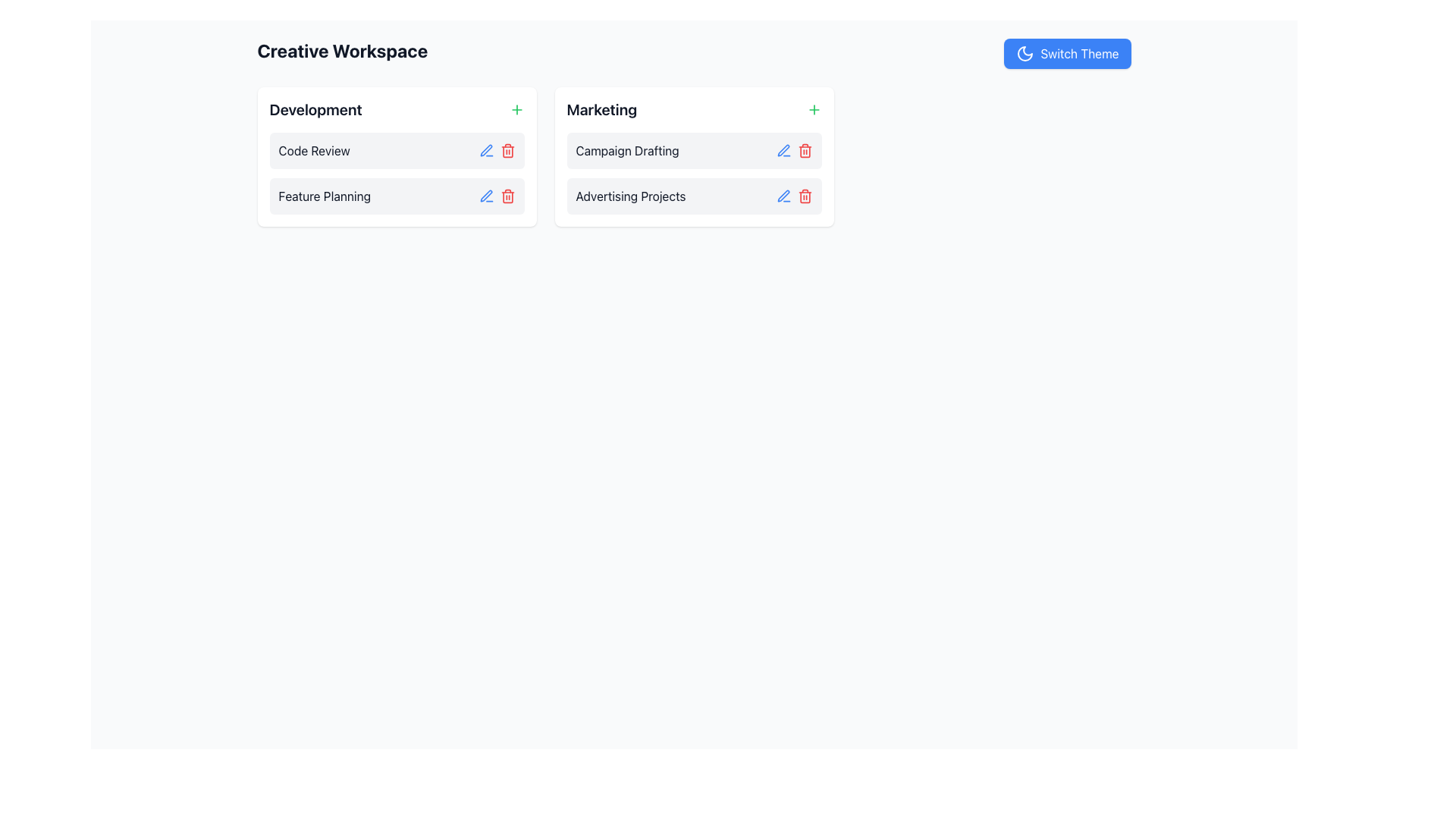  Describe the element at coordinates (783, 150) in the screenshot. I see `the pen icon located in the second card labeled 'Marketing', next to the text 'Campaign Drafting', to invoke the editing function` at that location.